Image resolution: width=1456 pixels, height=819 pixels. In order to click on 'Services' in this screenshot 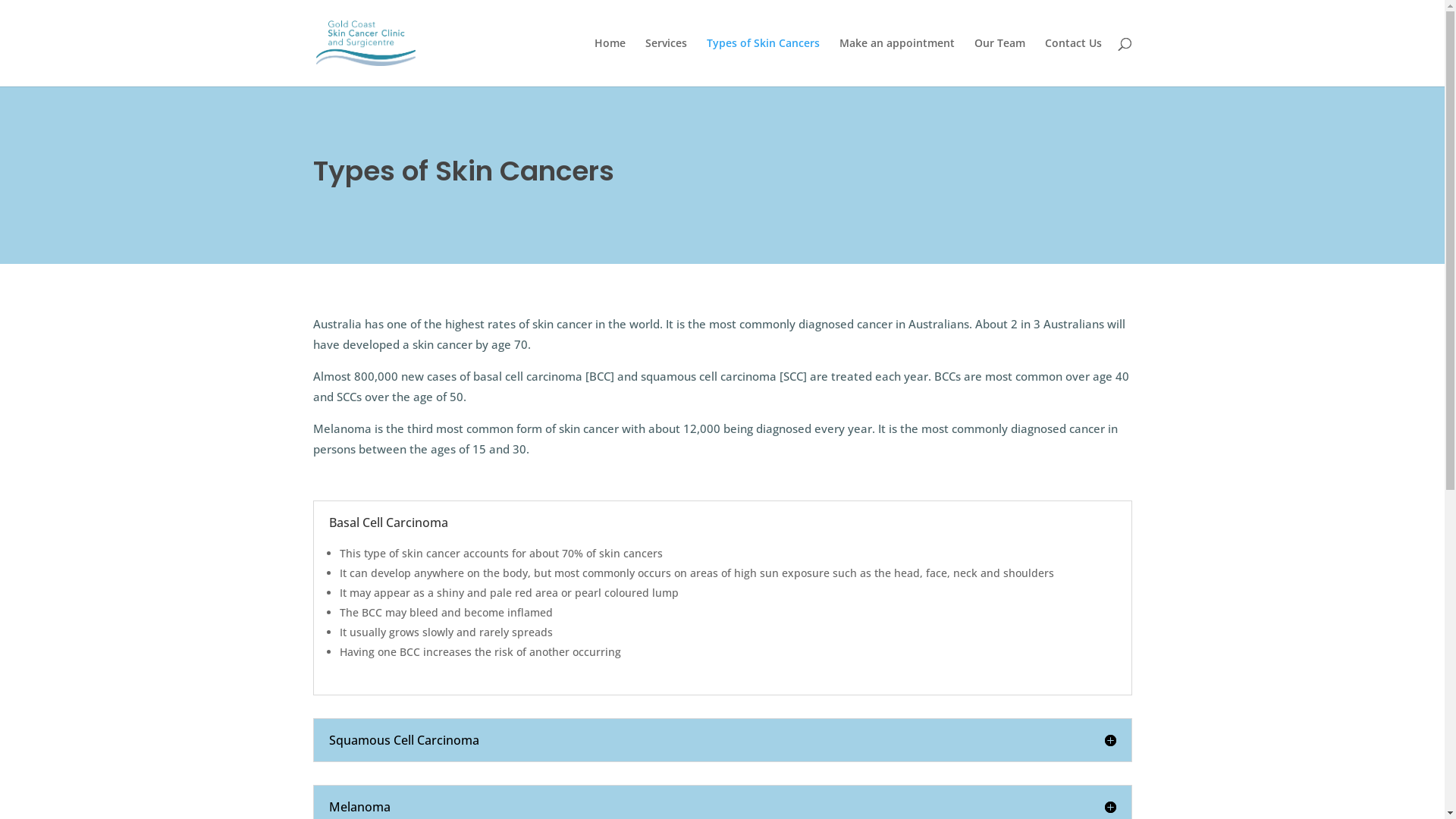, I will do `click(665, 61)`.